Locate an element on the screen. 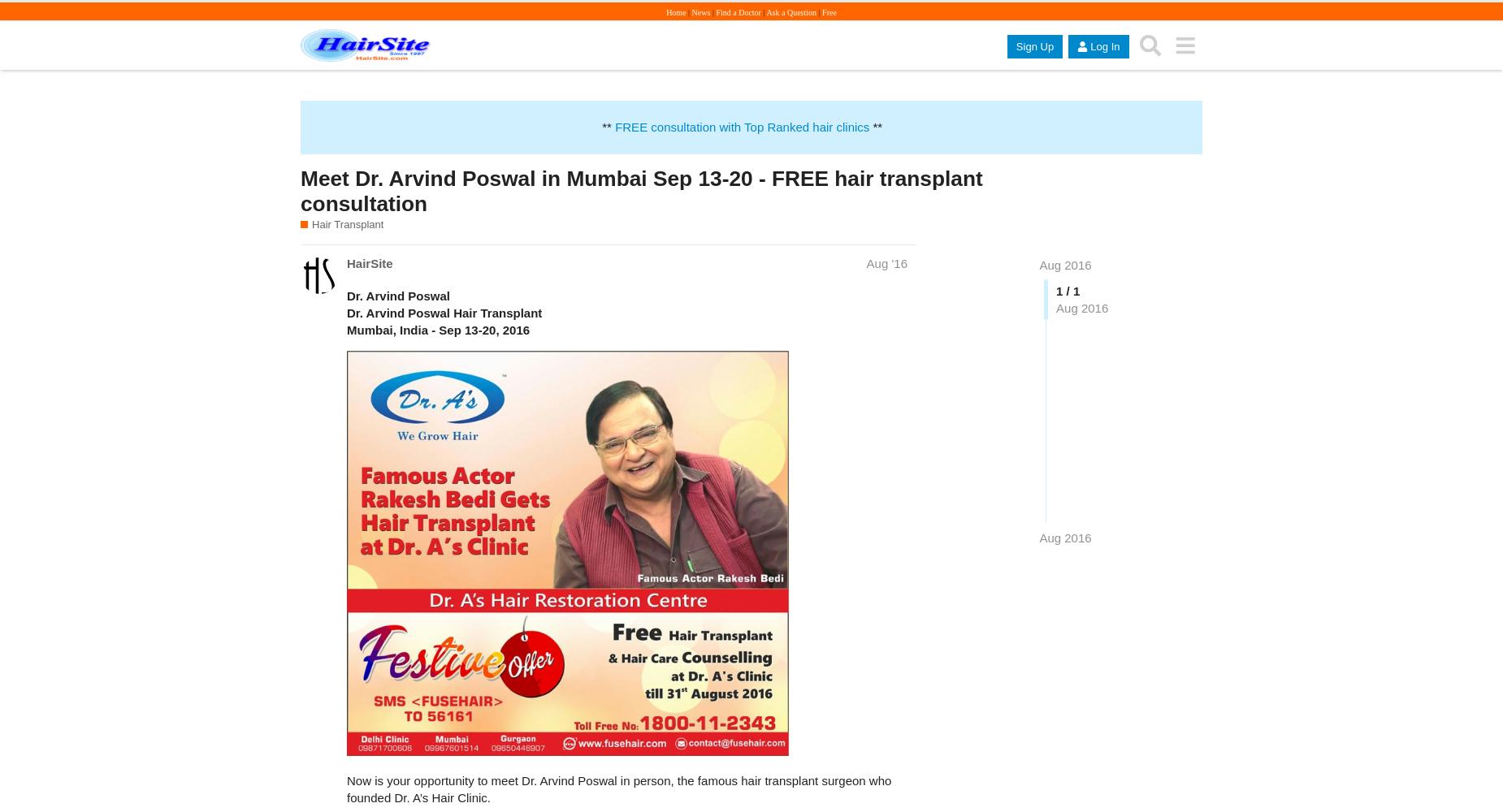  '1_image2217.jpg' is located at coordinates (417, 742).